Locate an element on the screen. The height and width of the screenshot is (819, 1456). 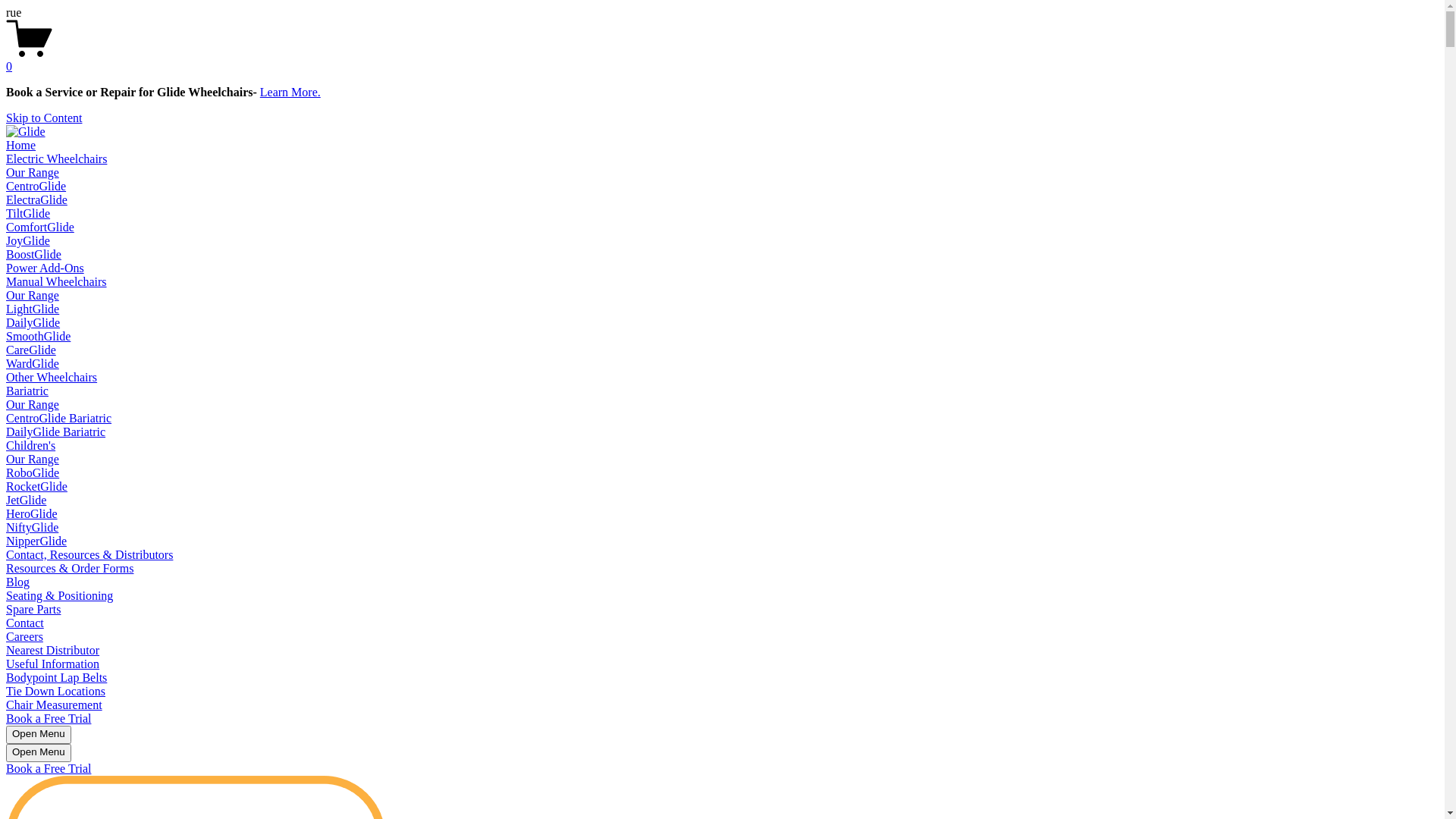
'DailyGlide Bariatric' is located at coordinates (55, 431).